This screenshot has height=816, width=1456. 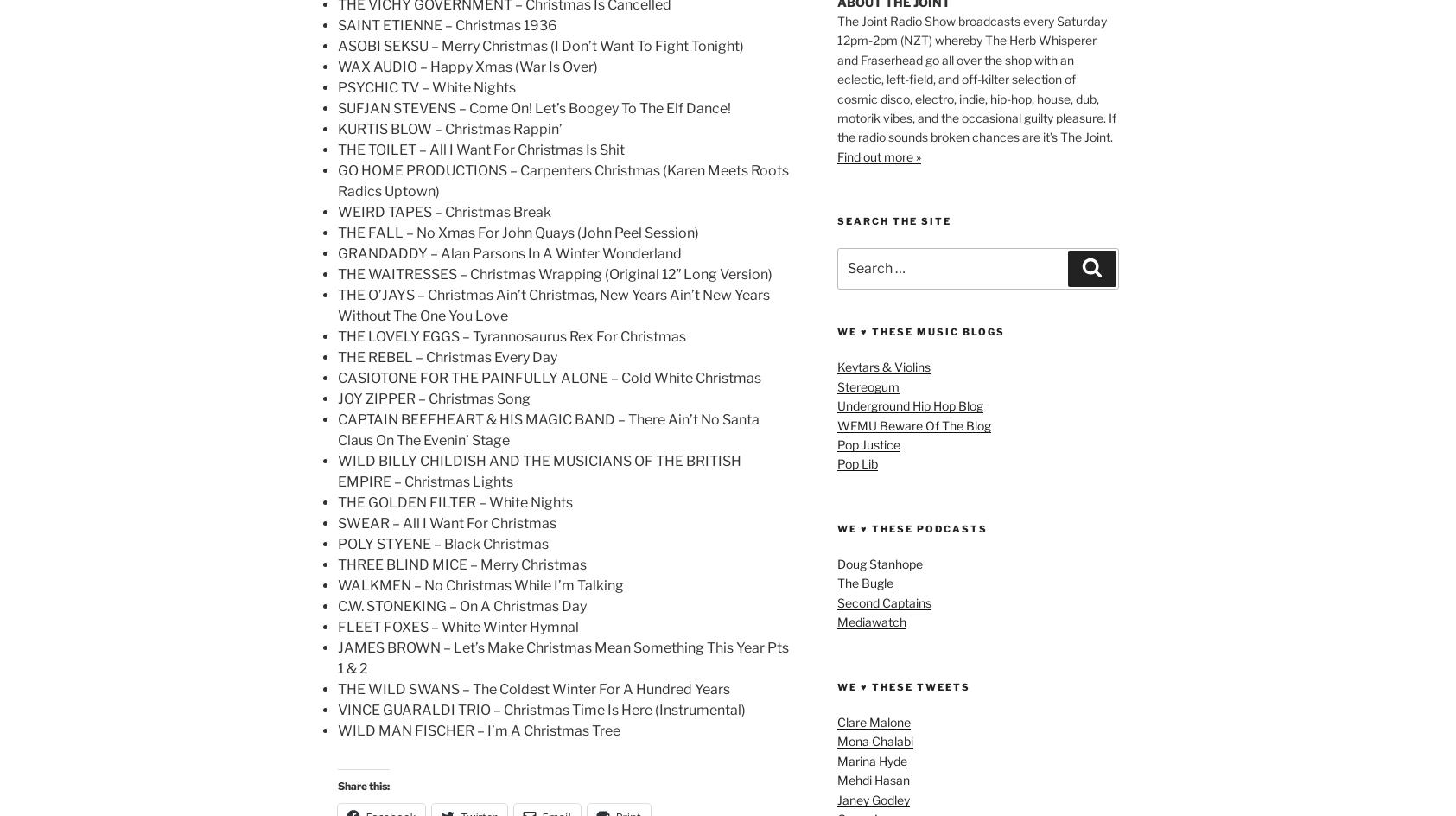 I want to click on 'VINCE GUARALDI TRIO – Christmas Time Is Here (Instrumental)', so click(x=540, y=709).